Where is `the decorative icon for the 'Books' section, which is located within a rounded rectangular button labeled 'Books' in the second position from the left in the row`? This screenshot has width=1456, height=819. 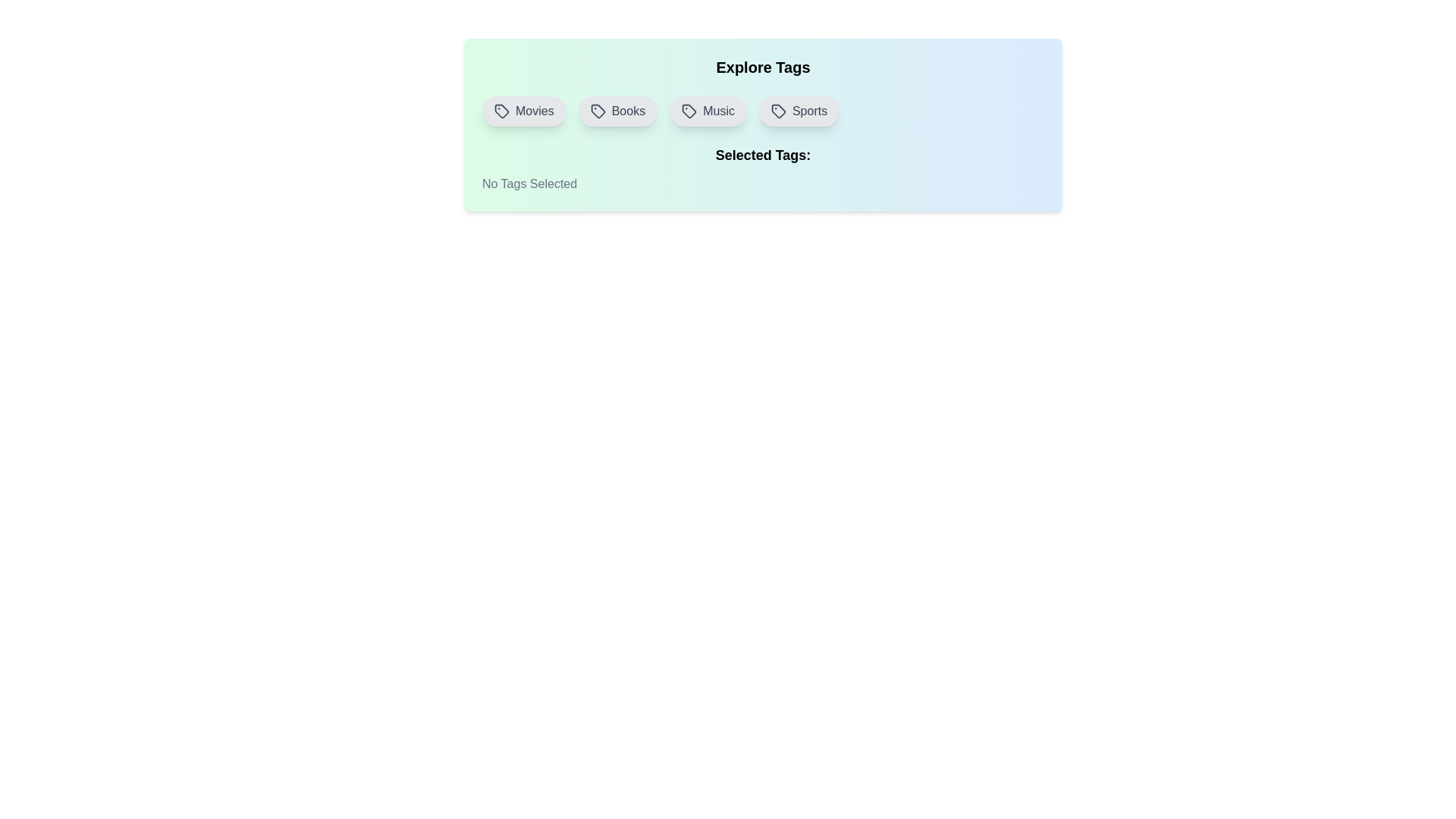 the decorative icon for the 'Books' section, which is located within a rounded rectangular button labeled 'Books' in the second position from the left in the row is located at coordinates (597, 110).